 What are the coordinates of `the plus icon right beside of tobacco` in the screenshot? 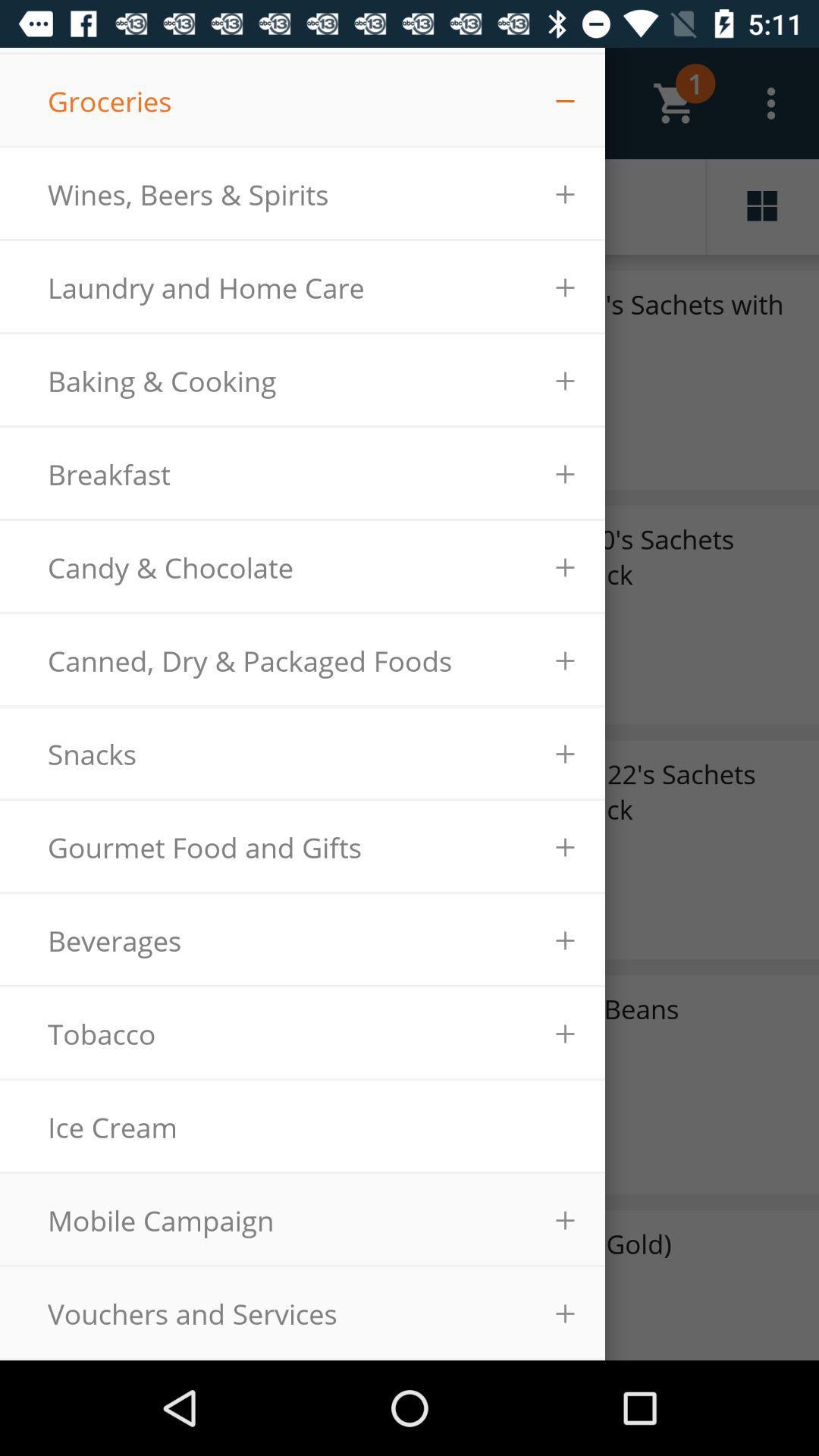 It's located at (565, 1033).